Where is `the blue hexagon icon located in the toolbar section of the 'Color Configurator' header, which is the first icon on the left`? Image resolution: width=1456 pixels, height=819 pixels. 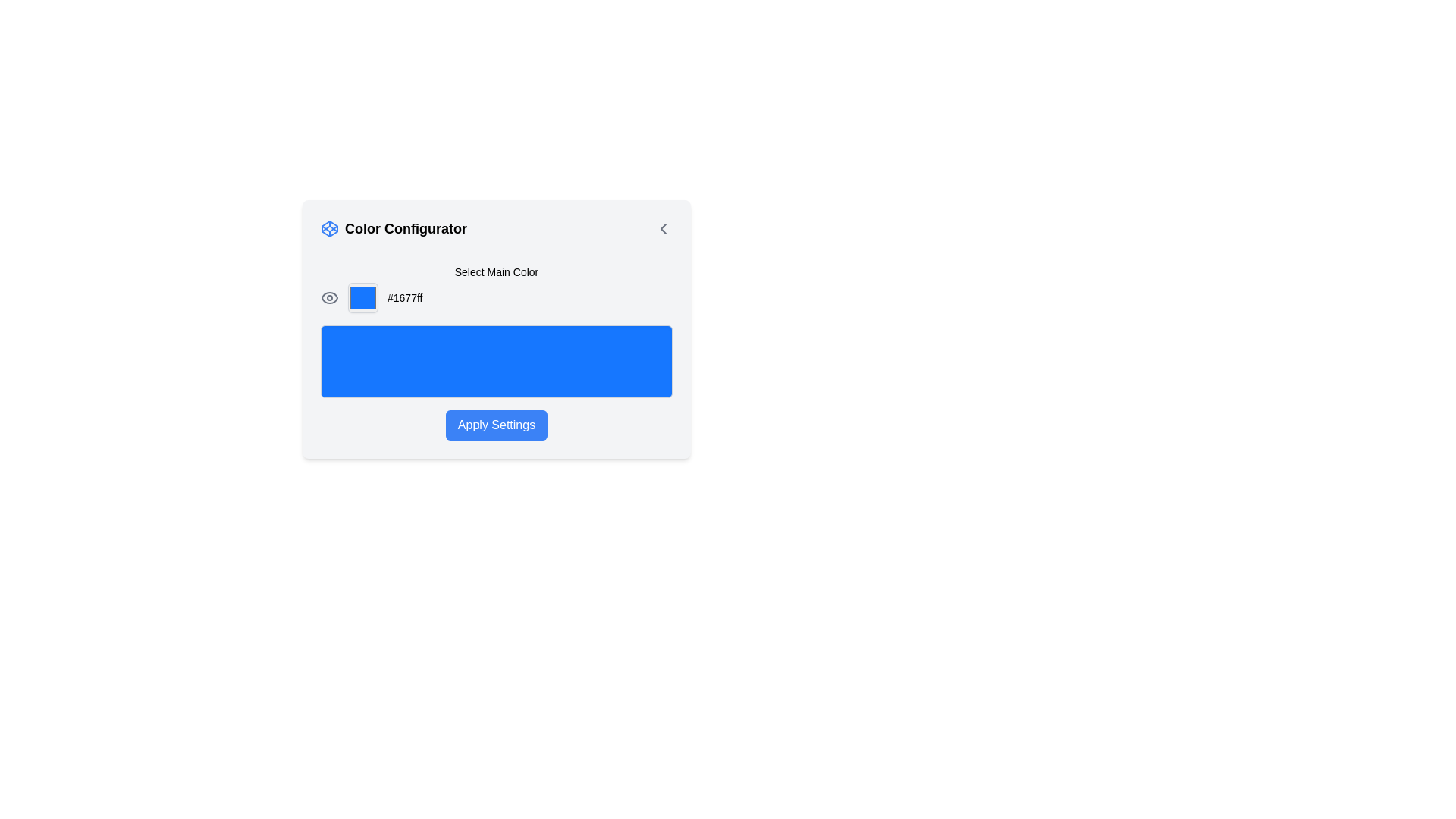 the blue hexagon icon located in the toolbar section of the 'Color Configurator' header, which is the first icon on the left is located at coordinates (329, 228).